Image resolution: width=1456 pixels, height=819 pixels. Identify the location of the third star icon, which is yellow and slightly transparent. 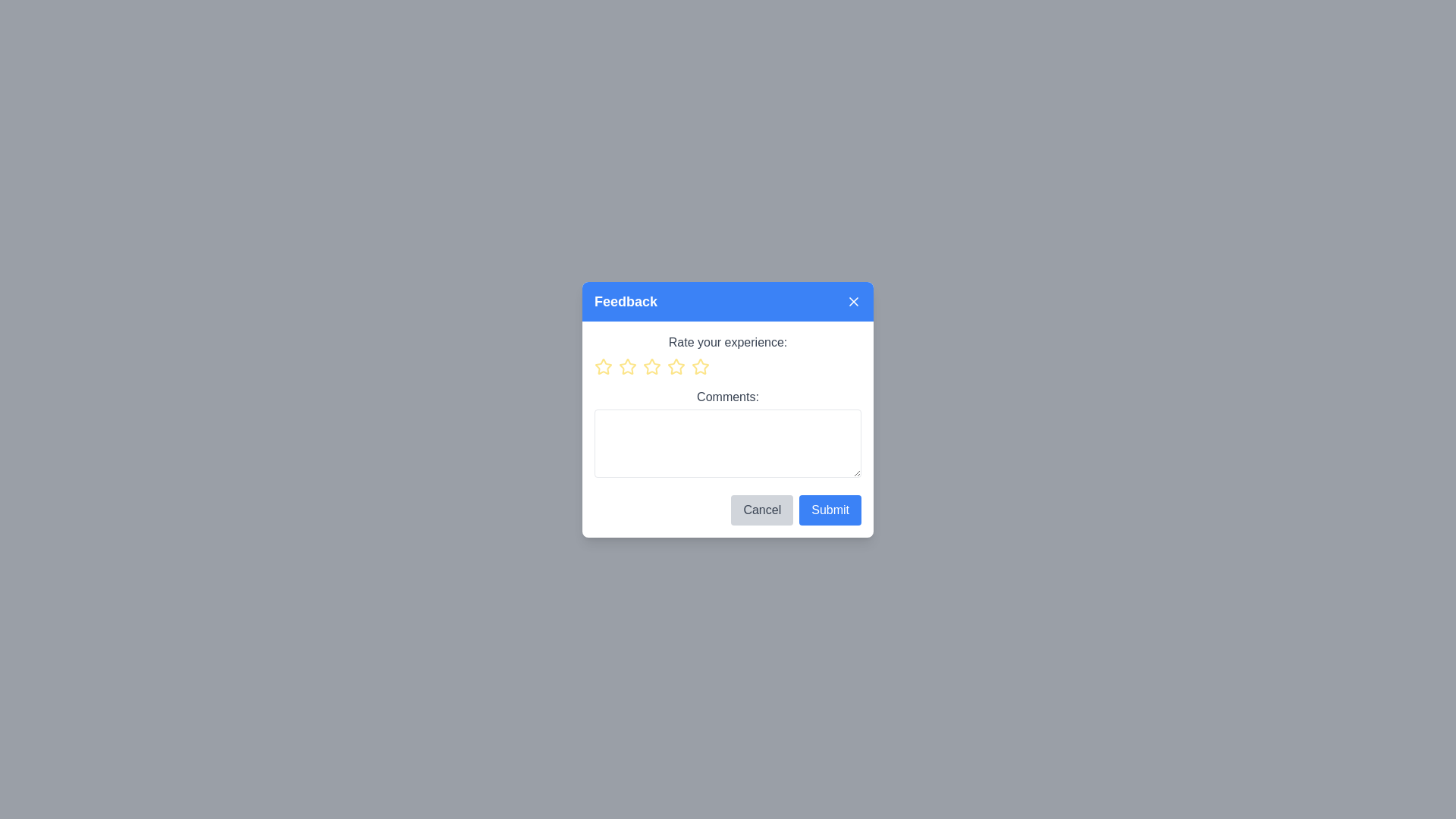
(651, 366).